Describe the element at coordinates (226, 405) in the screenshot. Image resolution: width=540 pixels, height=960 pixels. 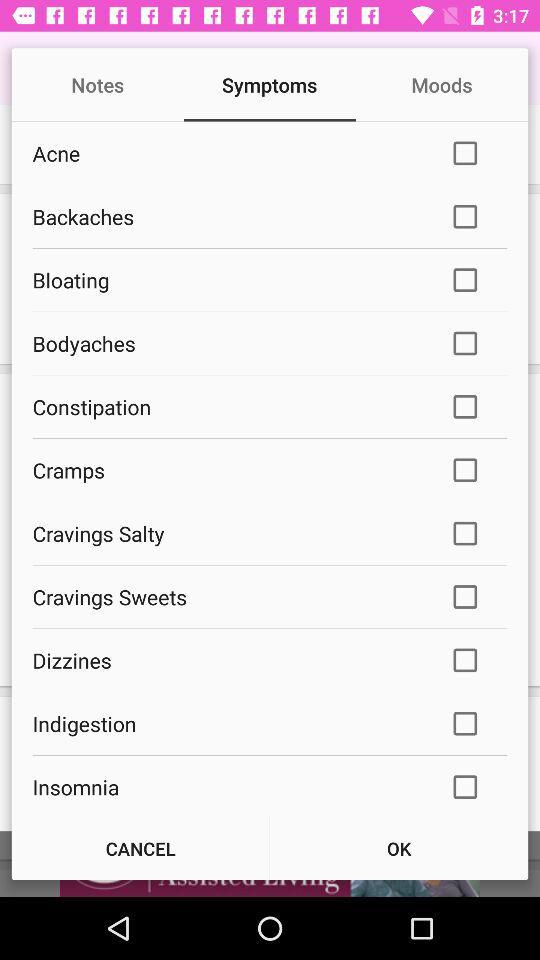
I see `icon above cramps` at that location.